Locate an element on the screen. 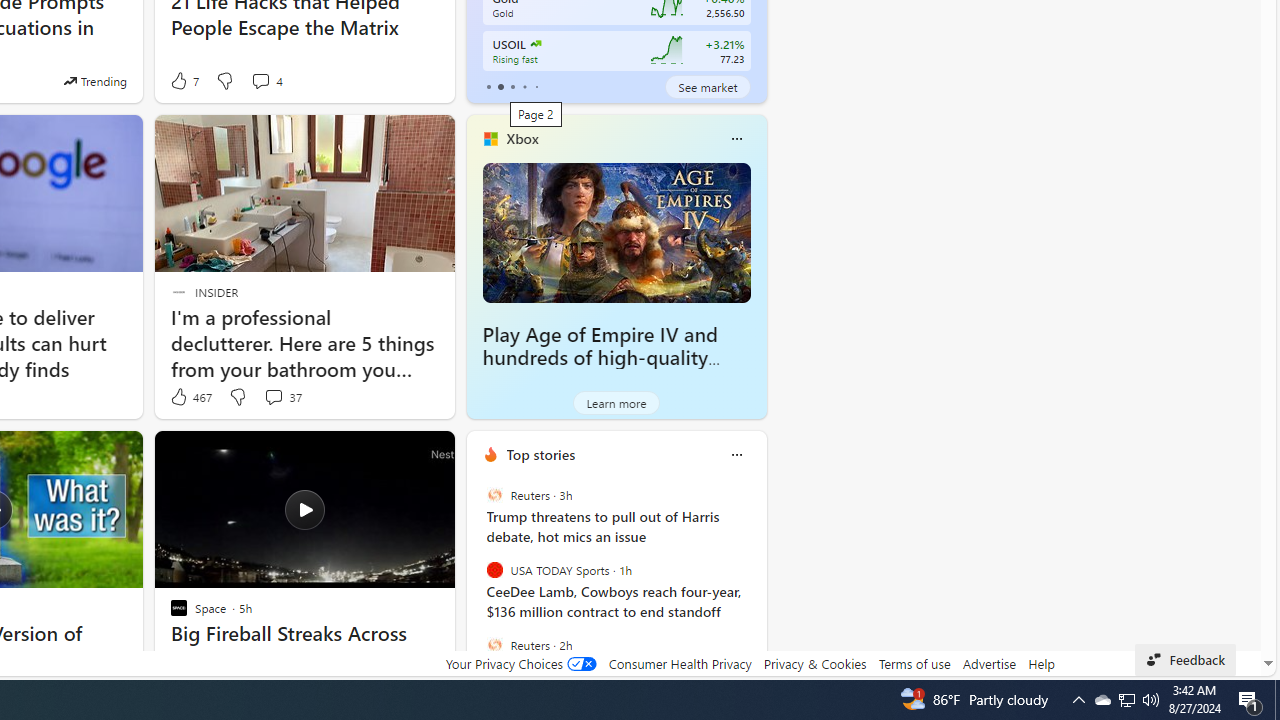 The image size is (1280, 720). 'View comments 37 Comment' is located at coordinates (272, 397).